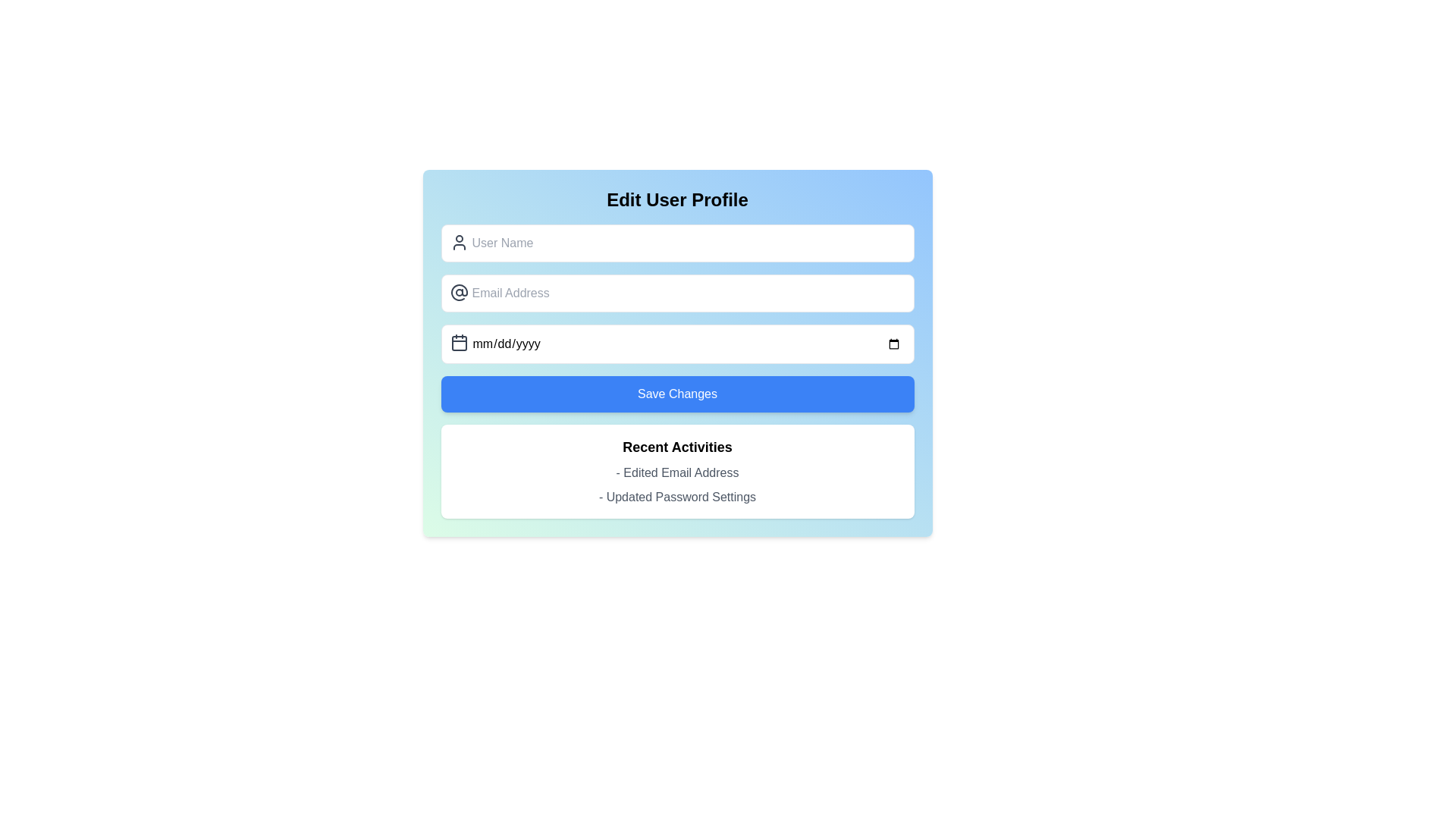 Image resolution: width=1456 pixels, height=819 pixels. I want to click on the text label that reads '- Updated Password Settings', which is the last item in the 'Recent Activities' section, located directly below the '- Edited Email Address' item, so click(676, 497).